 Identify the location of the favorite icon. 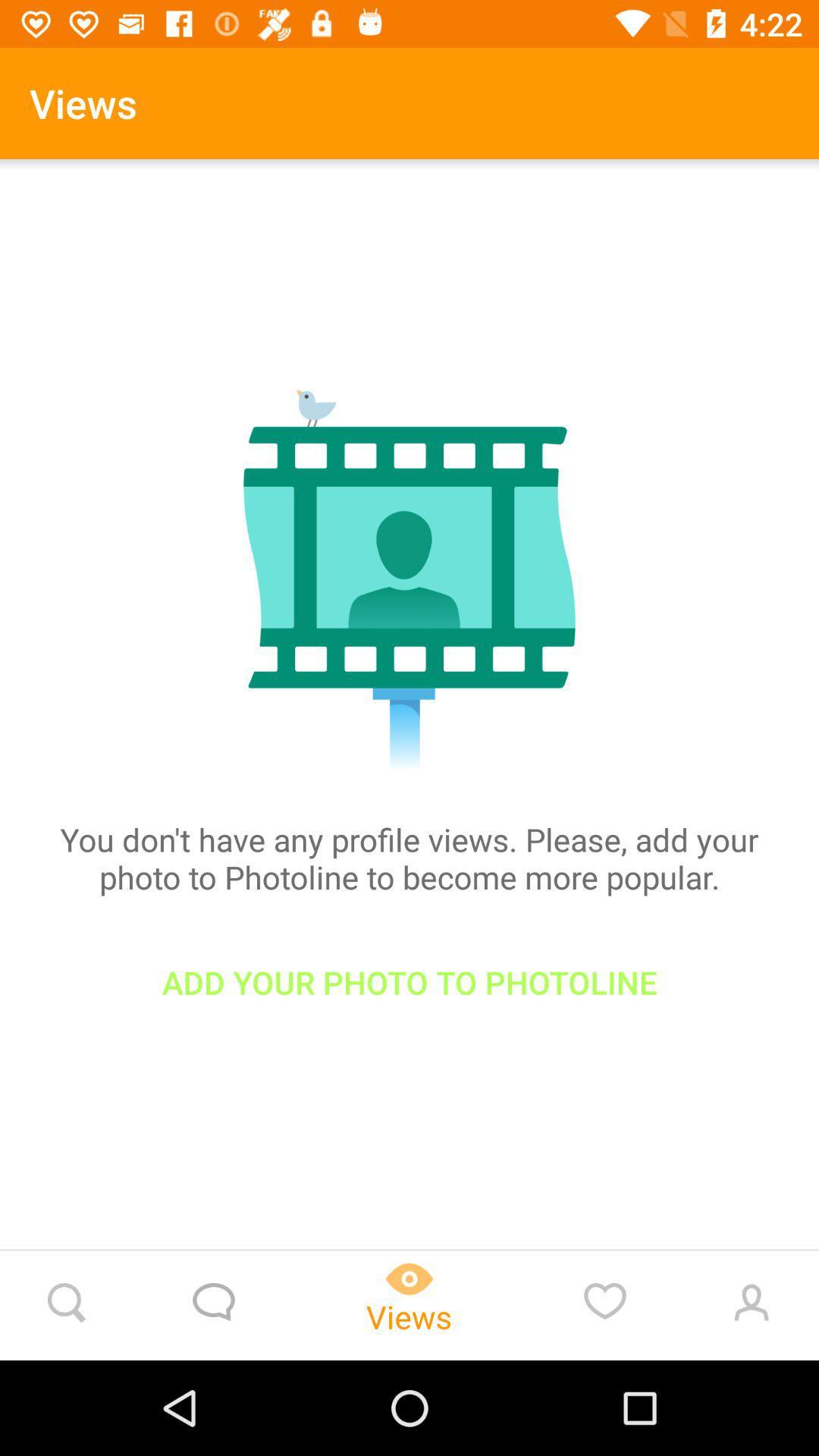
(604, 1305).